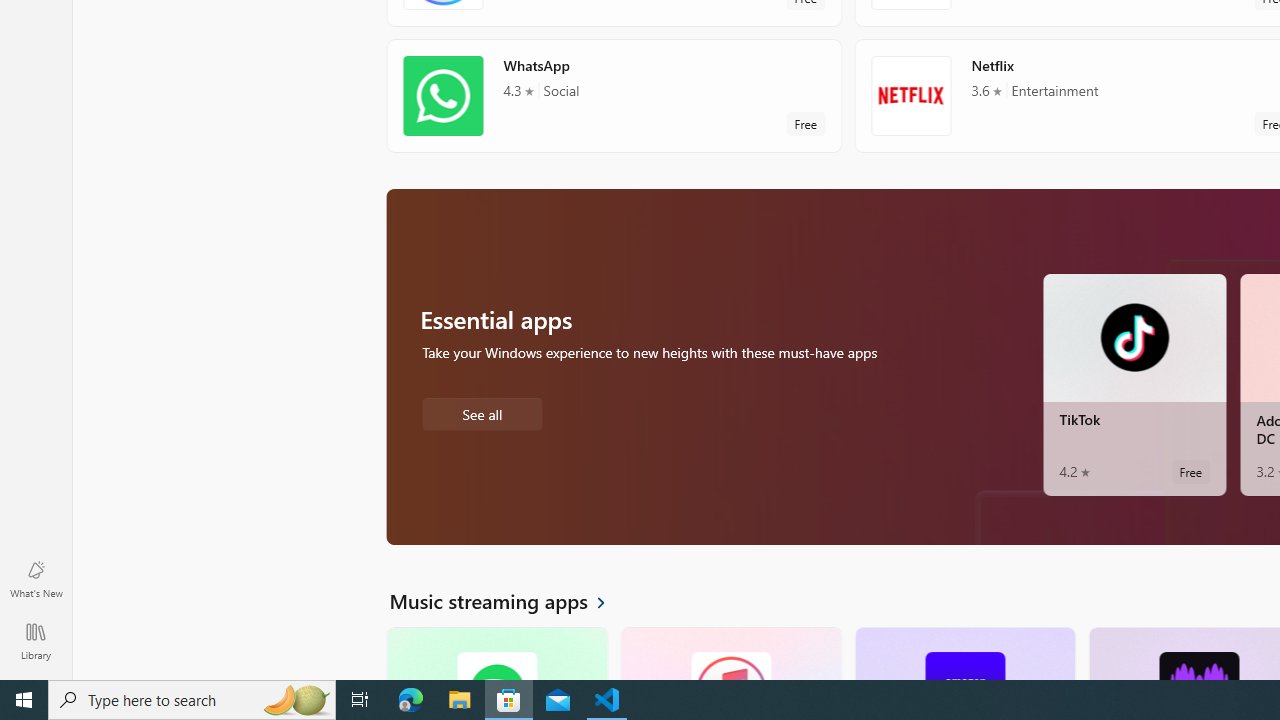 The image size is (1280, 720). I want to click on 'Library', so click(35, 640).